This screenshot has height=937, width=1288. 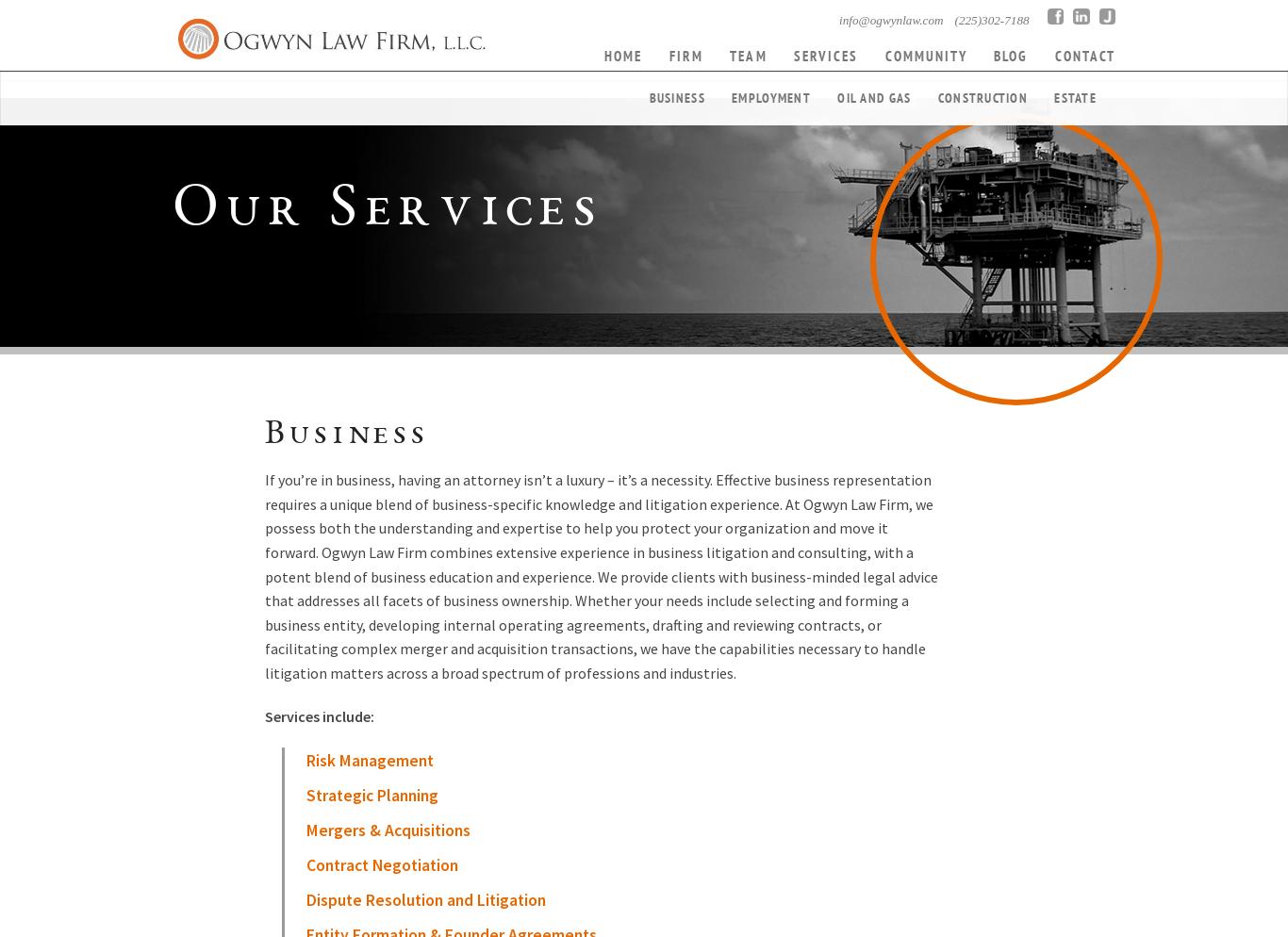 I want to click on 'Our Services', so click(x=387, y=211).